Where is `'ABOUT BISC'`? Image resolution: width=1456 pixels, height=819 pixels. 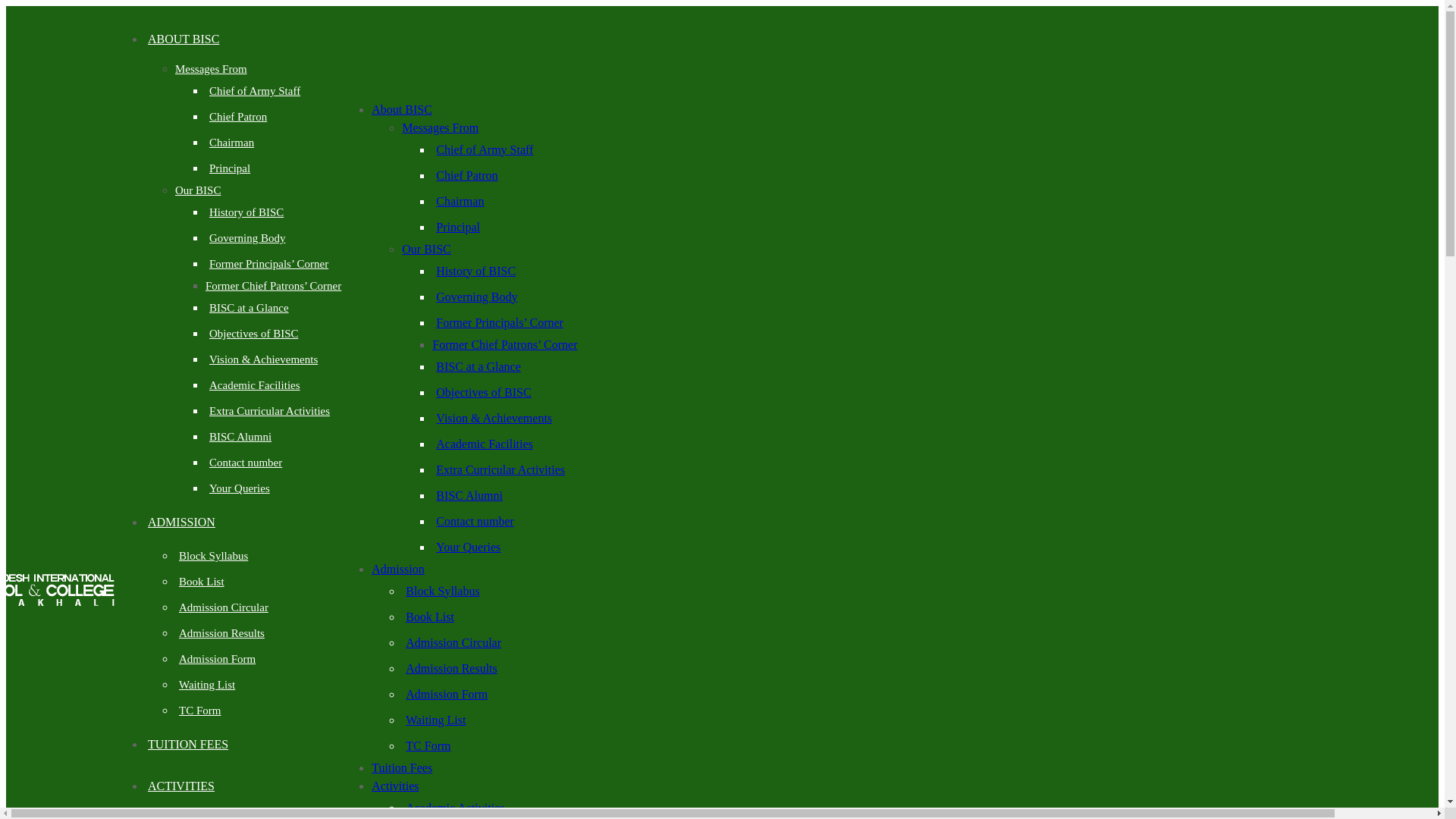
'ABOUT BISC' is located at coordinates (182, 38).